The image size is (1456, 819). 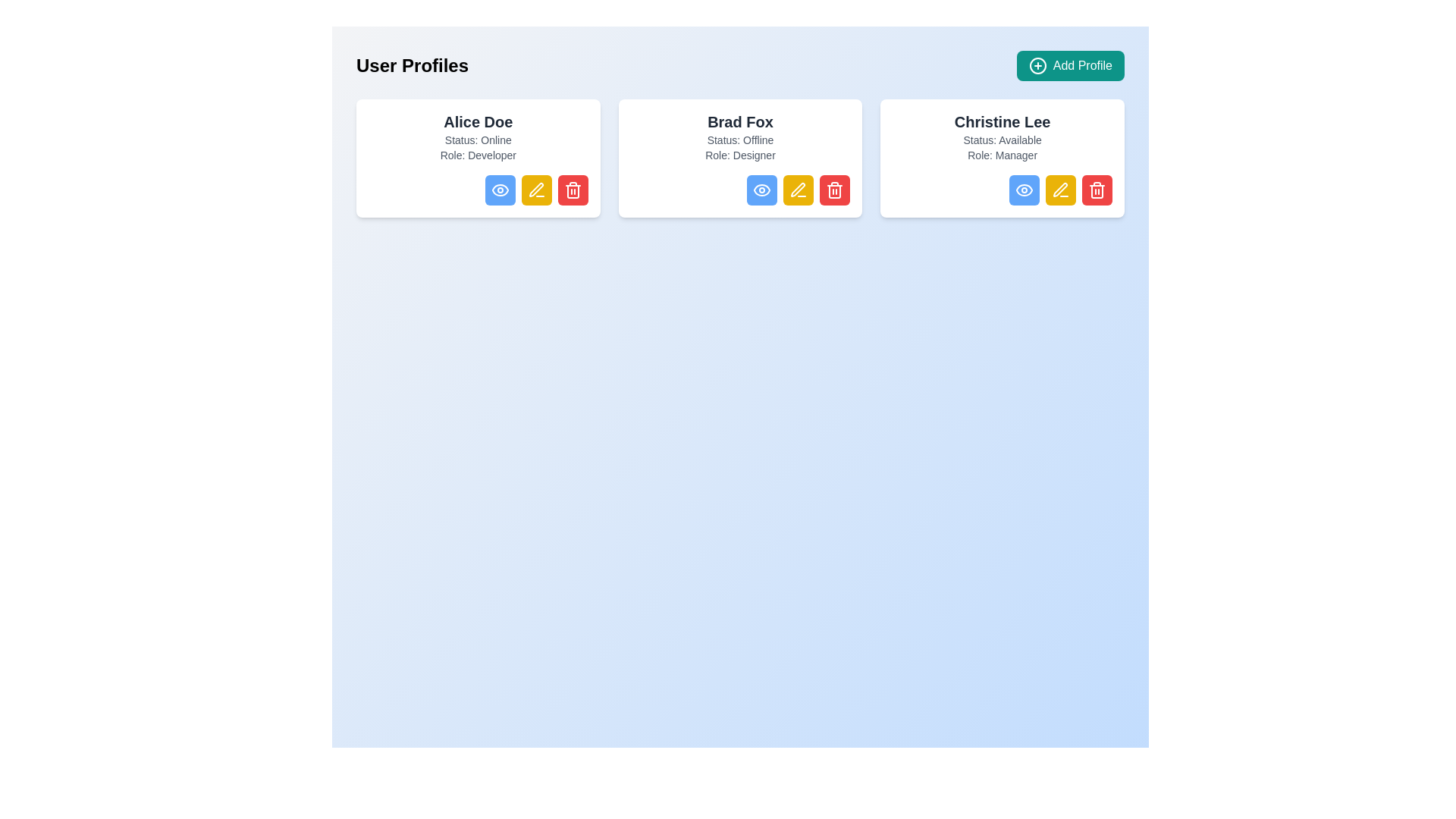 What do you see at coordinates (1059, 189) in the screenshot?
I see `the edit icon in the user 'Christine Lee's' card` at bounding box center [1059, 189].